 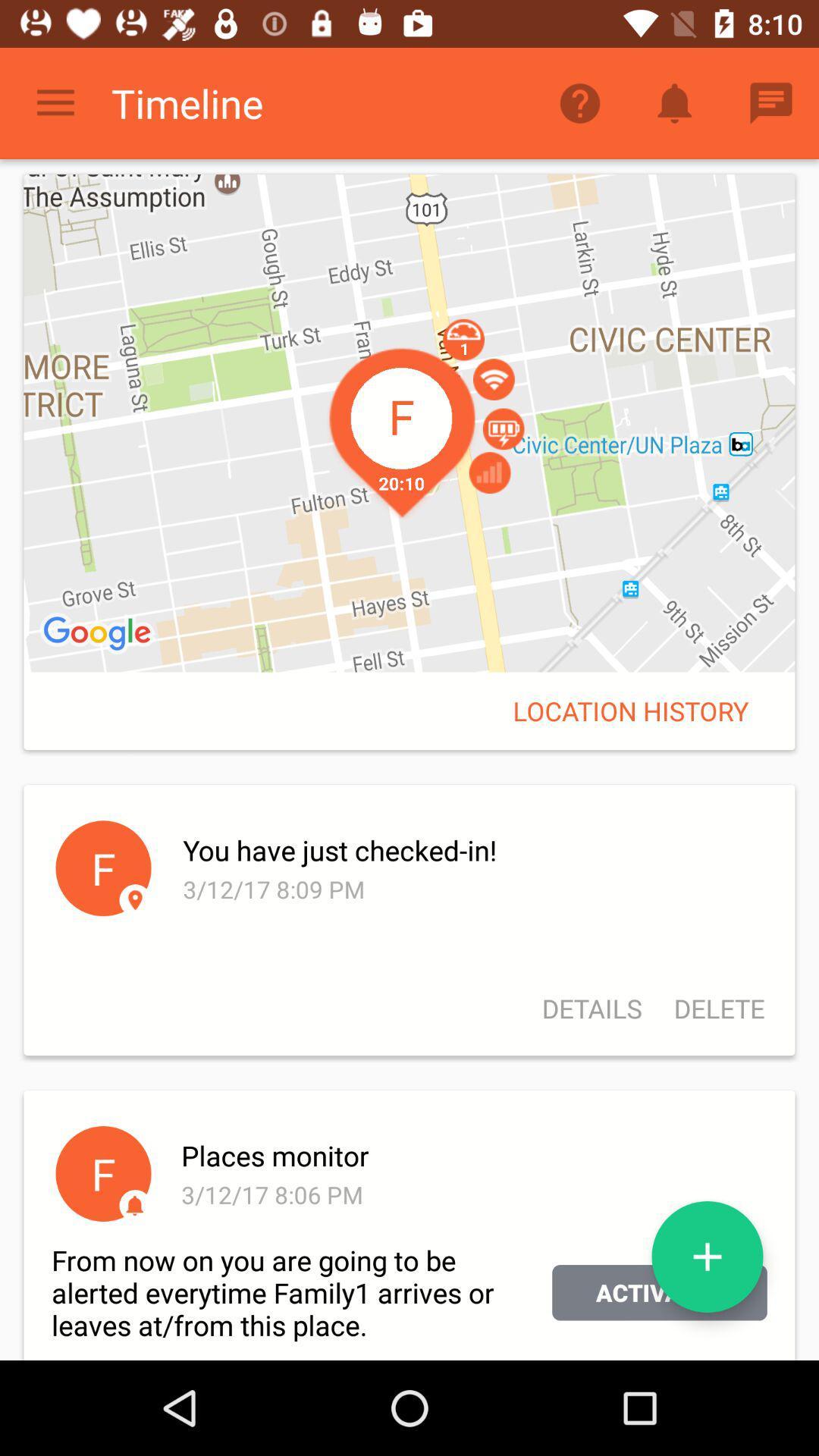 I want to click on the icon above places monitor icon, so click(x=711, y=1009).